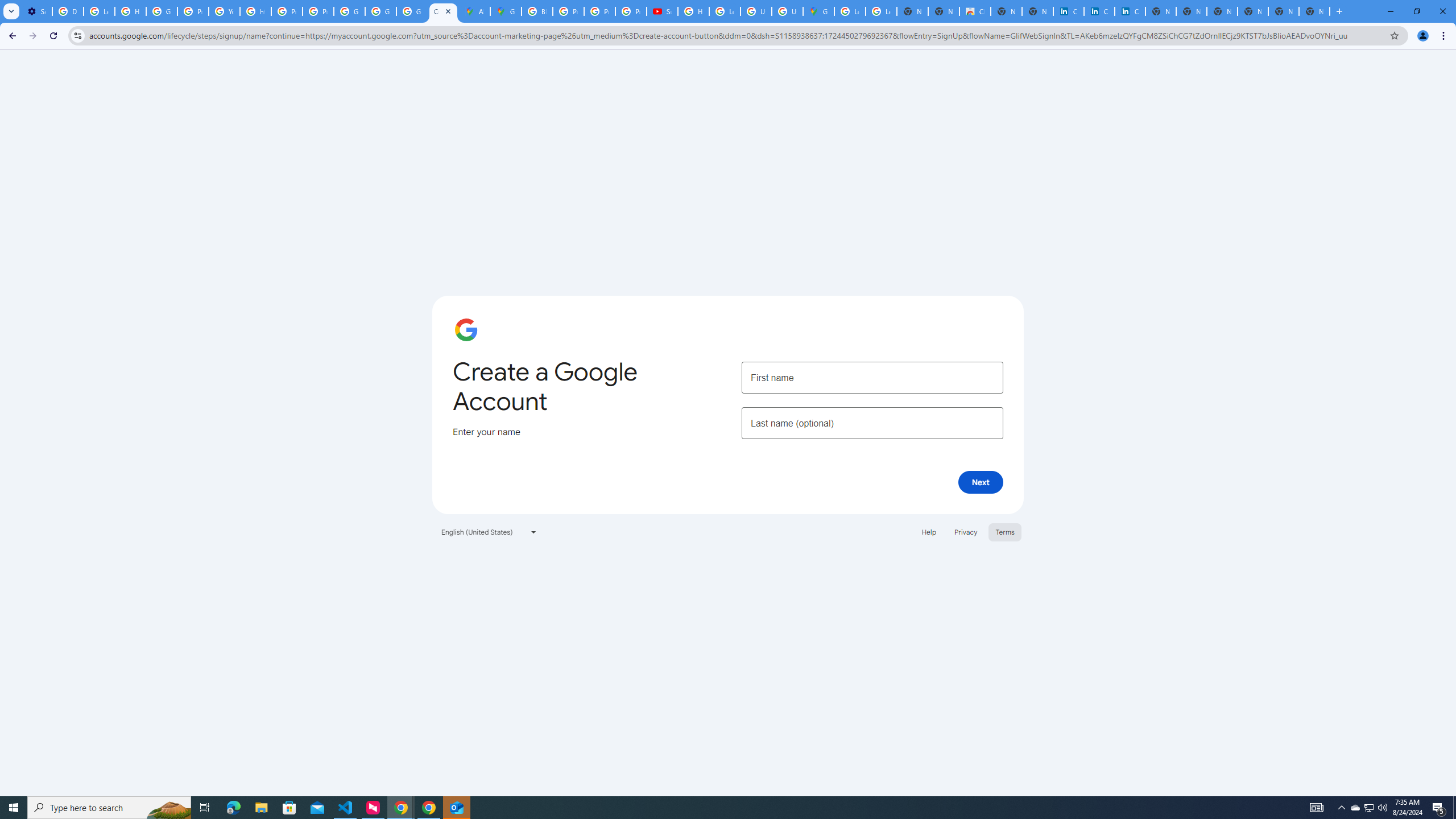  I want to click on 'First name', so click(871, 377).